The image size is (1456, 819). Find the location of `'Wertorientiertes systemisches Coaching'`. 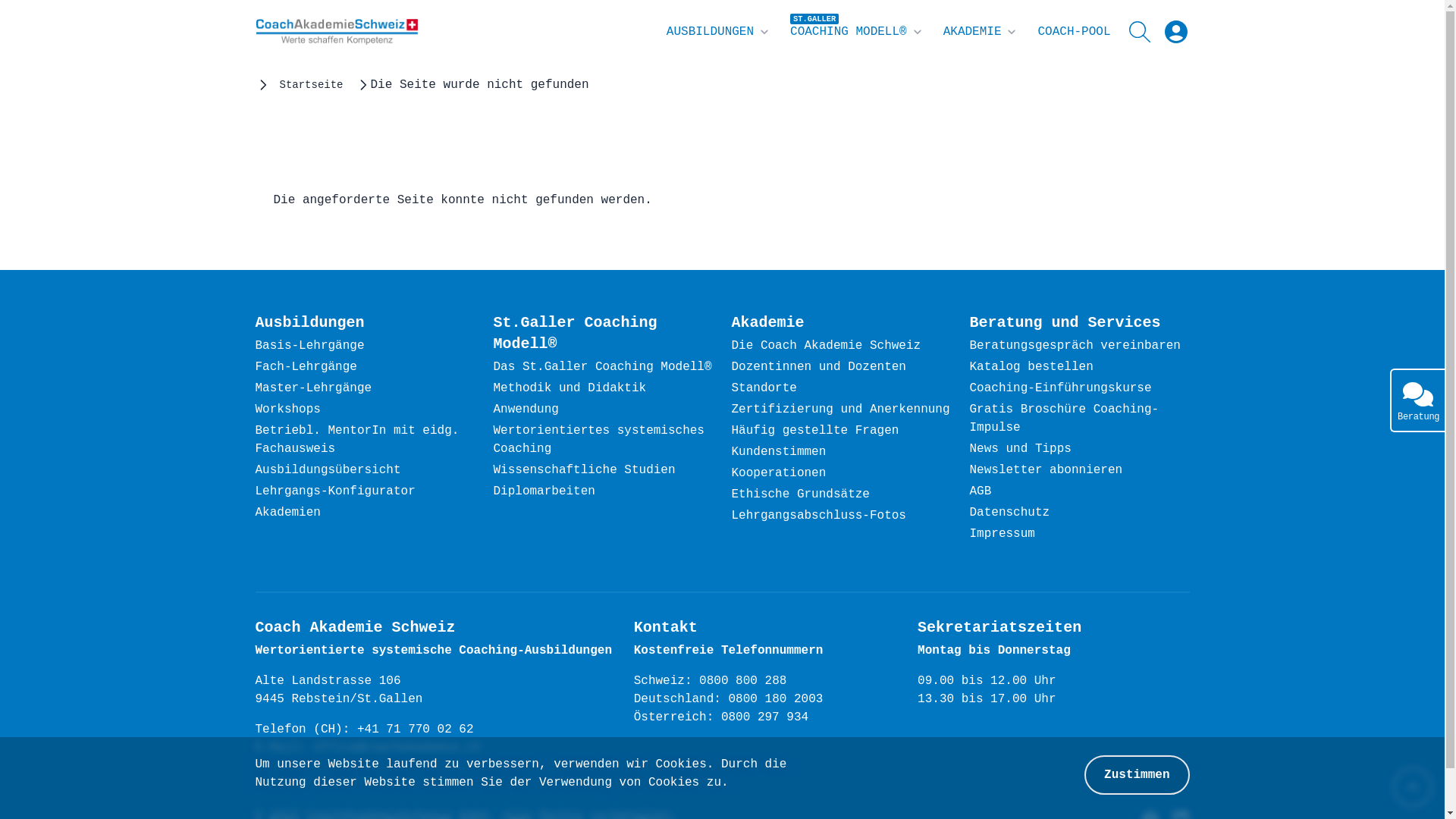

'Wertorientiertes systemisches Coaching' is located at coordinates (492, 441).